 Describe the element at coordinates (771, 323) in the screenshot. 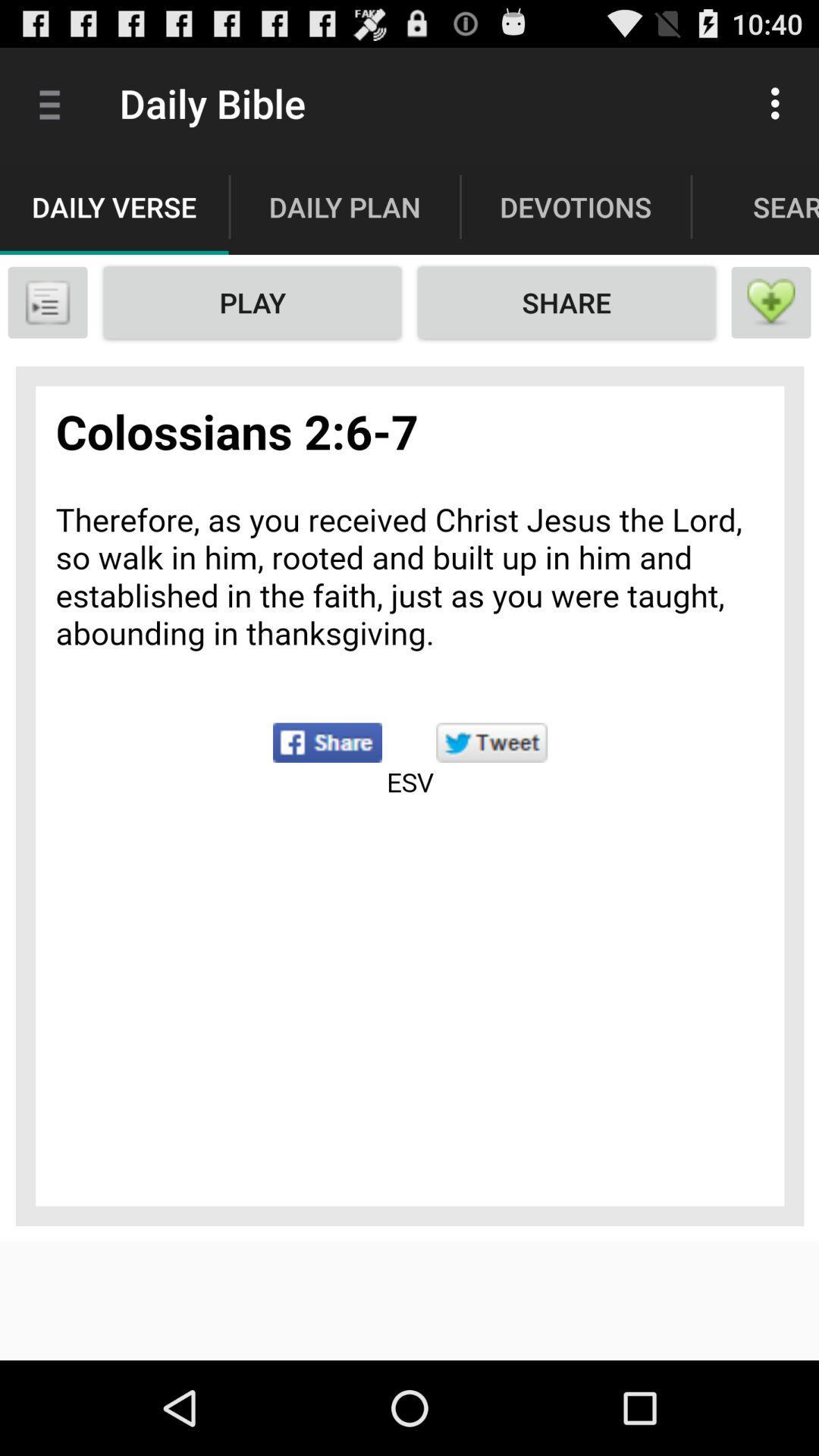

I see `the favorite icon` at that location.